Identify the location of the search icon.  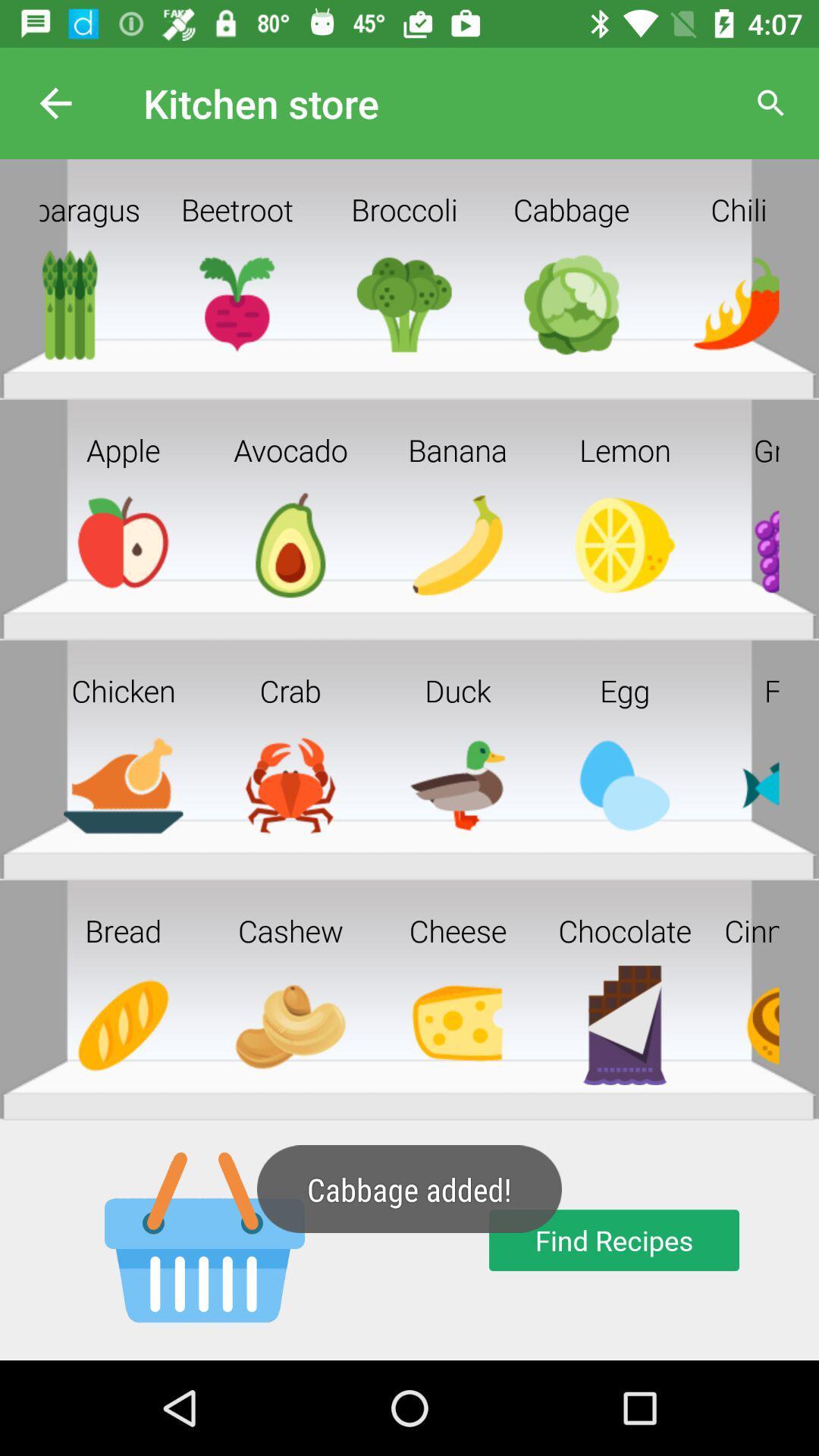
(771, 103).